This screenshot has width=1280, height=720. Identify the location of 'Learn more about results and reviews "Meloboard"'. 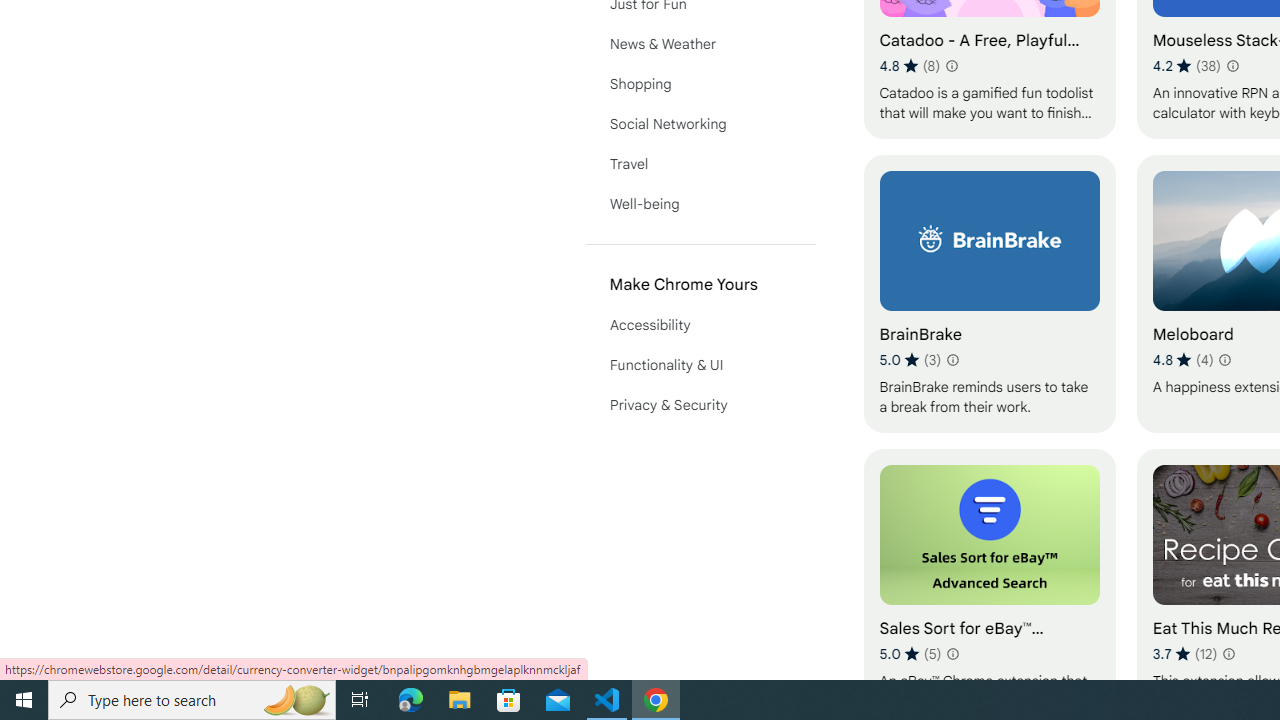
(1223, 360).